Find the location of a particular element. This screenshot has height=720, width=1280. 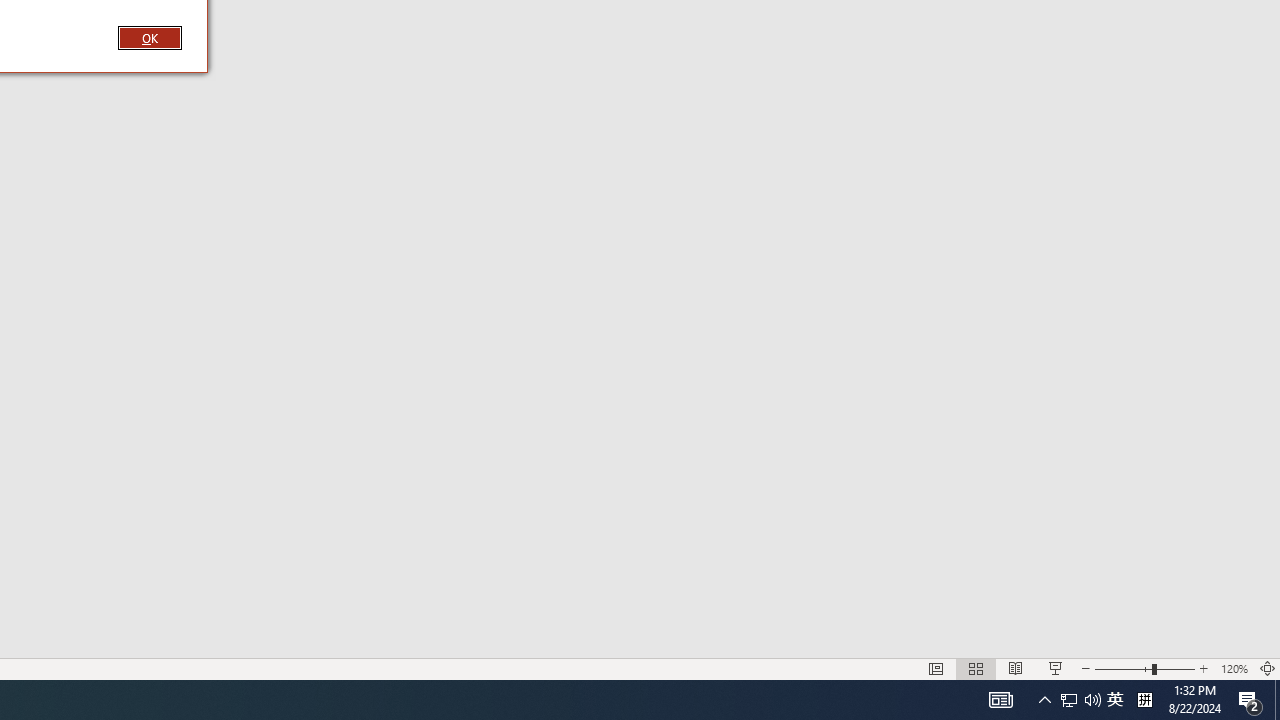

'OK' is located at coordinates (148, 37).